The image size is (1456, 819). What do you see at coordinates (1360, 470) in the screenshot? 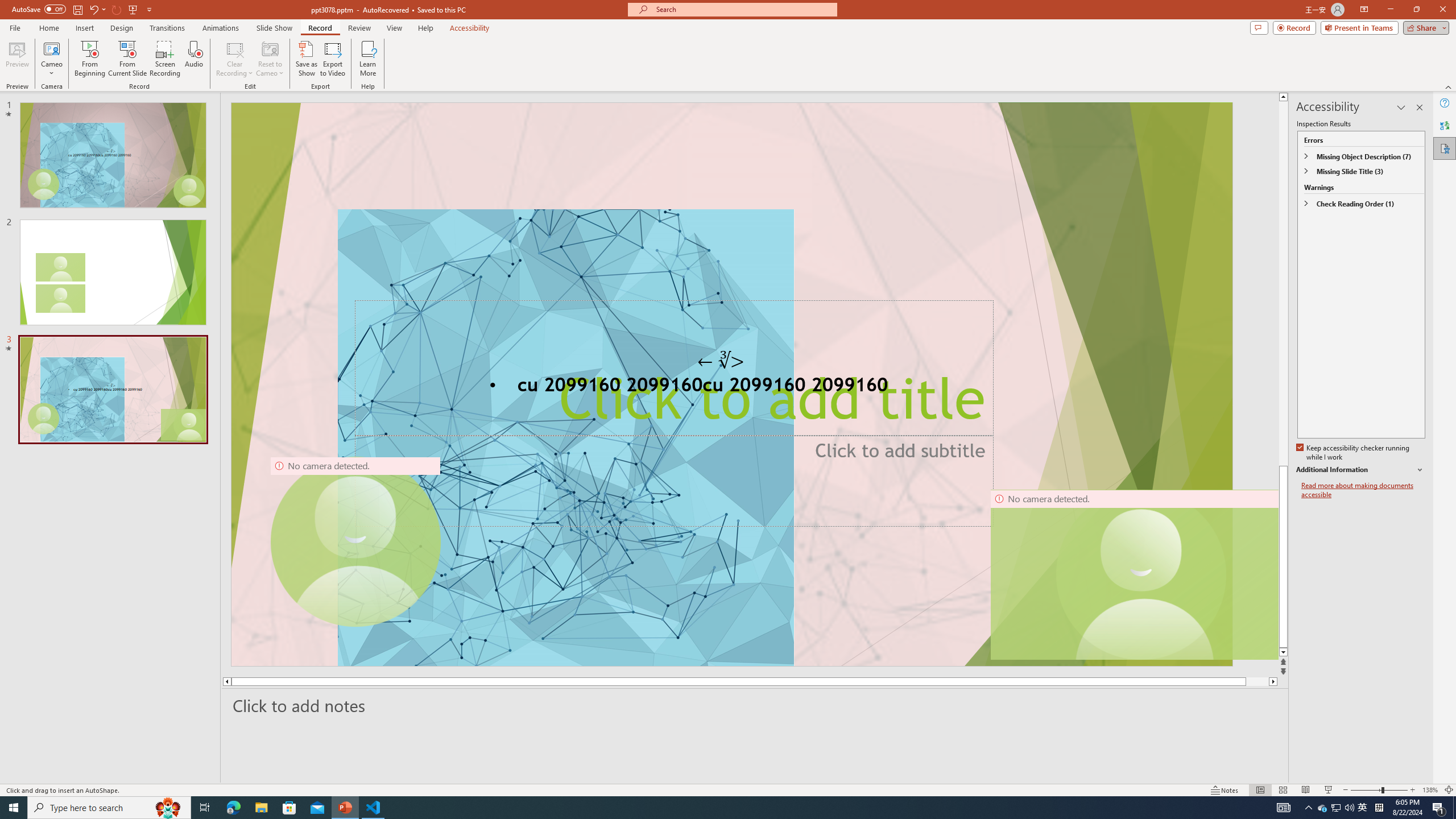
I see `'Additional Information'` at bounding box center [1360, 470].